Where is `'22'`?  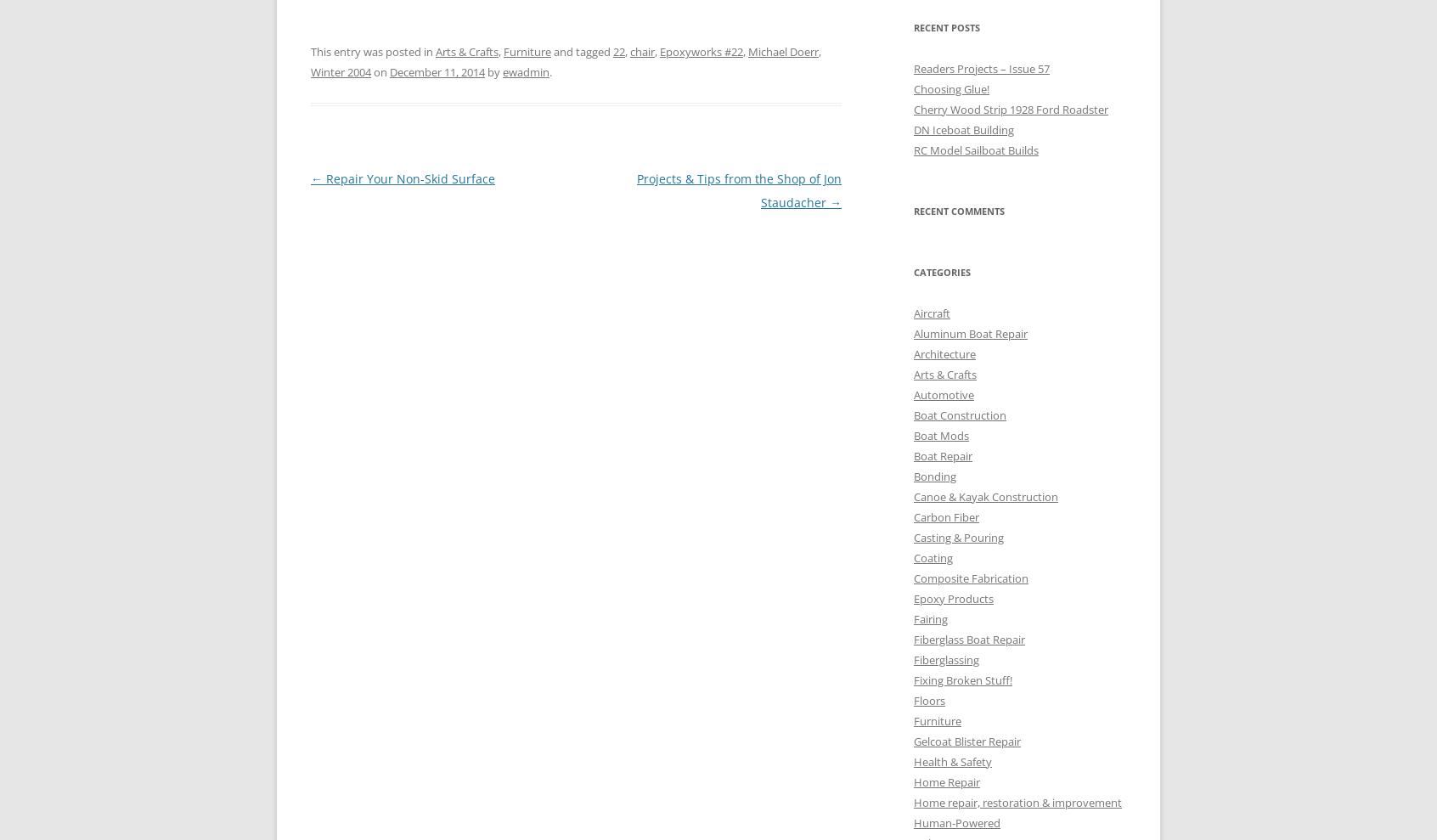
'22' is located at coordinates (618, 52).